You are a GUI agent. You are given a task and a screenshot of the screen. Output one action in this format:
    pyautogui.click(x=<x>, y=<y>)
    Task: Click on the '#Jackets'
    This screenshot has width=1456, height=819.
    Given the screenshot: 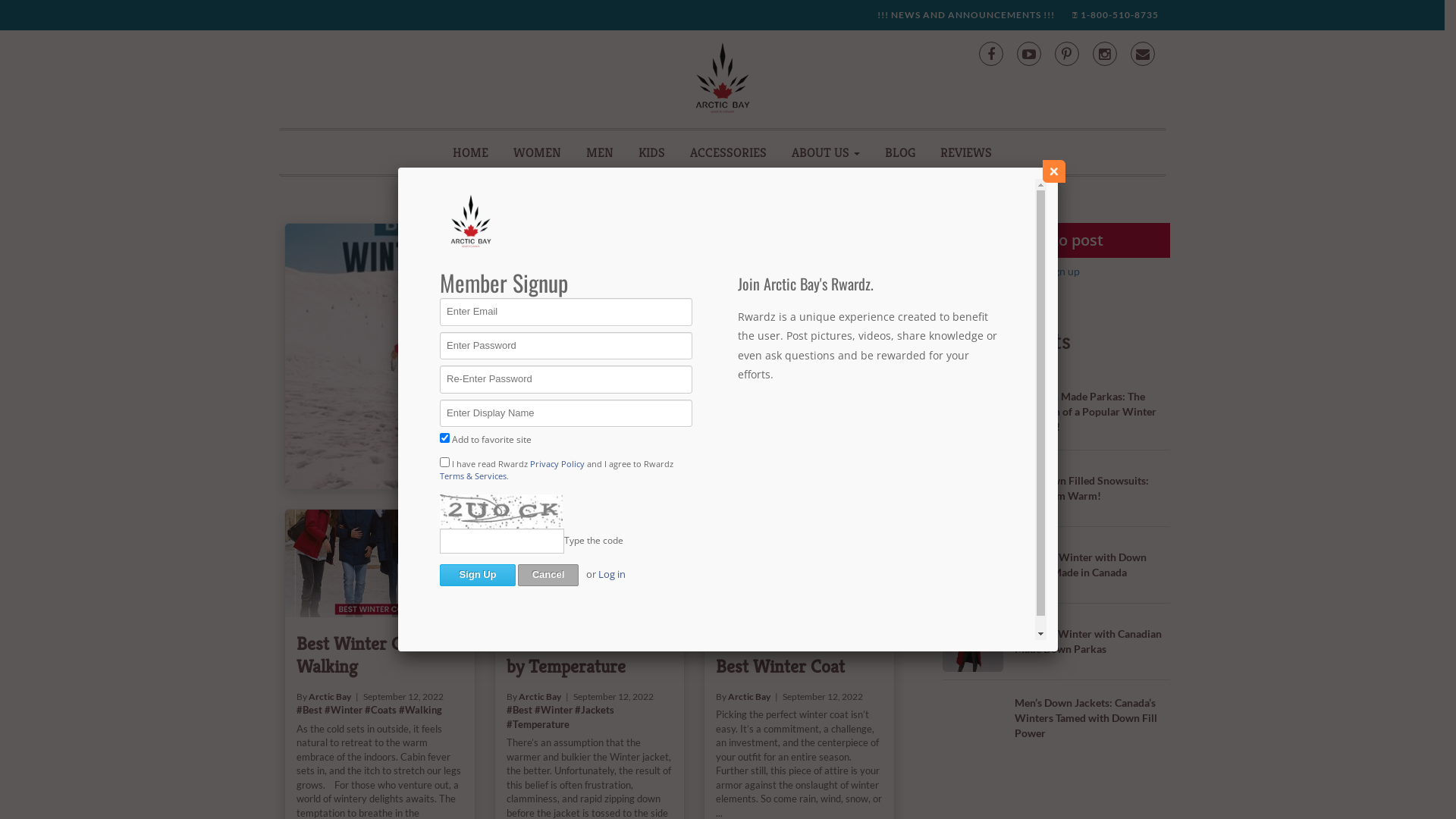 What is the action you would take?
    pyautogui.click(x=770, y=293)
    